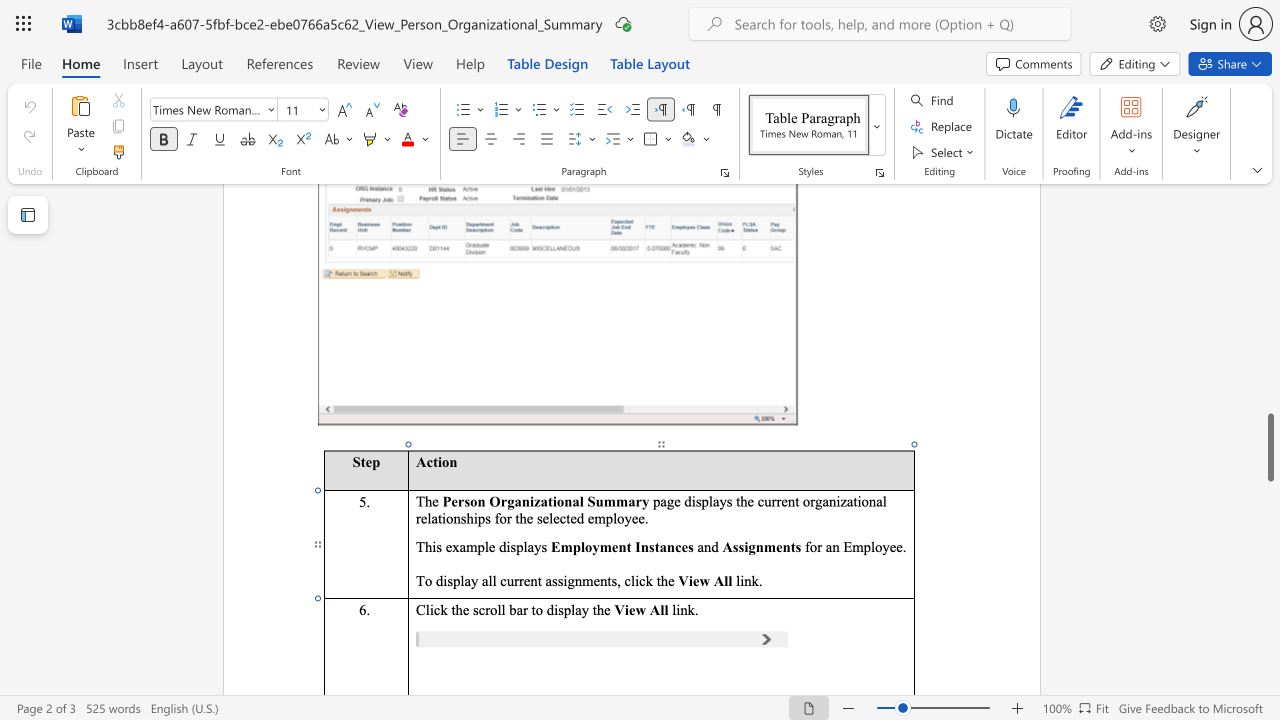 The height and width of the screenshot is (720, 1280). Describe the element at coordinates (436, 608) in the screenshot. I see `the 1th character "c" in the text` at that location.